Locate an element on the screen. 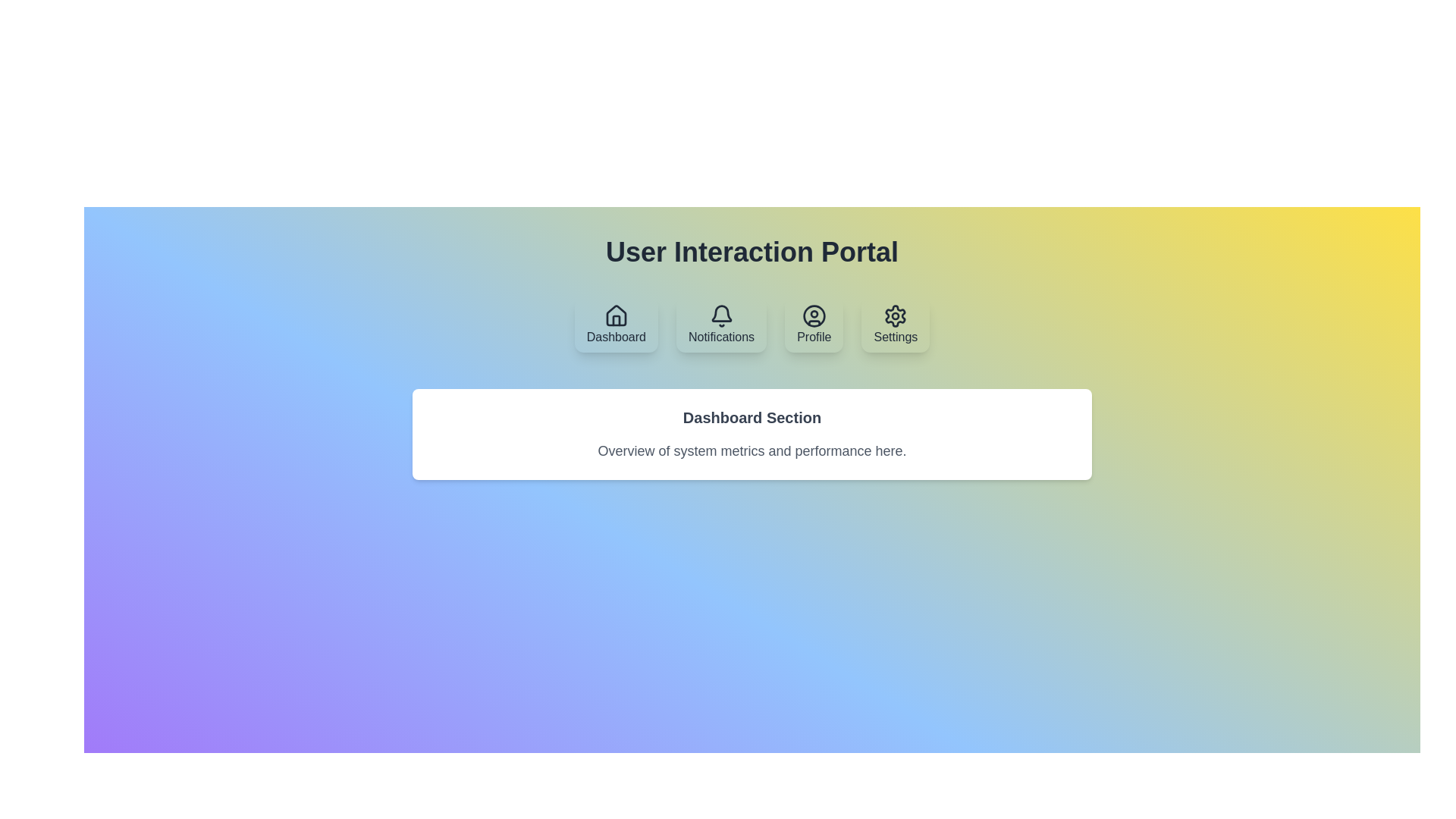 Image resolution: width=1456 pixels, height=819 pixels. the tab labeled Settings to display its content is located at coordinates (895, 324).